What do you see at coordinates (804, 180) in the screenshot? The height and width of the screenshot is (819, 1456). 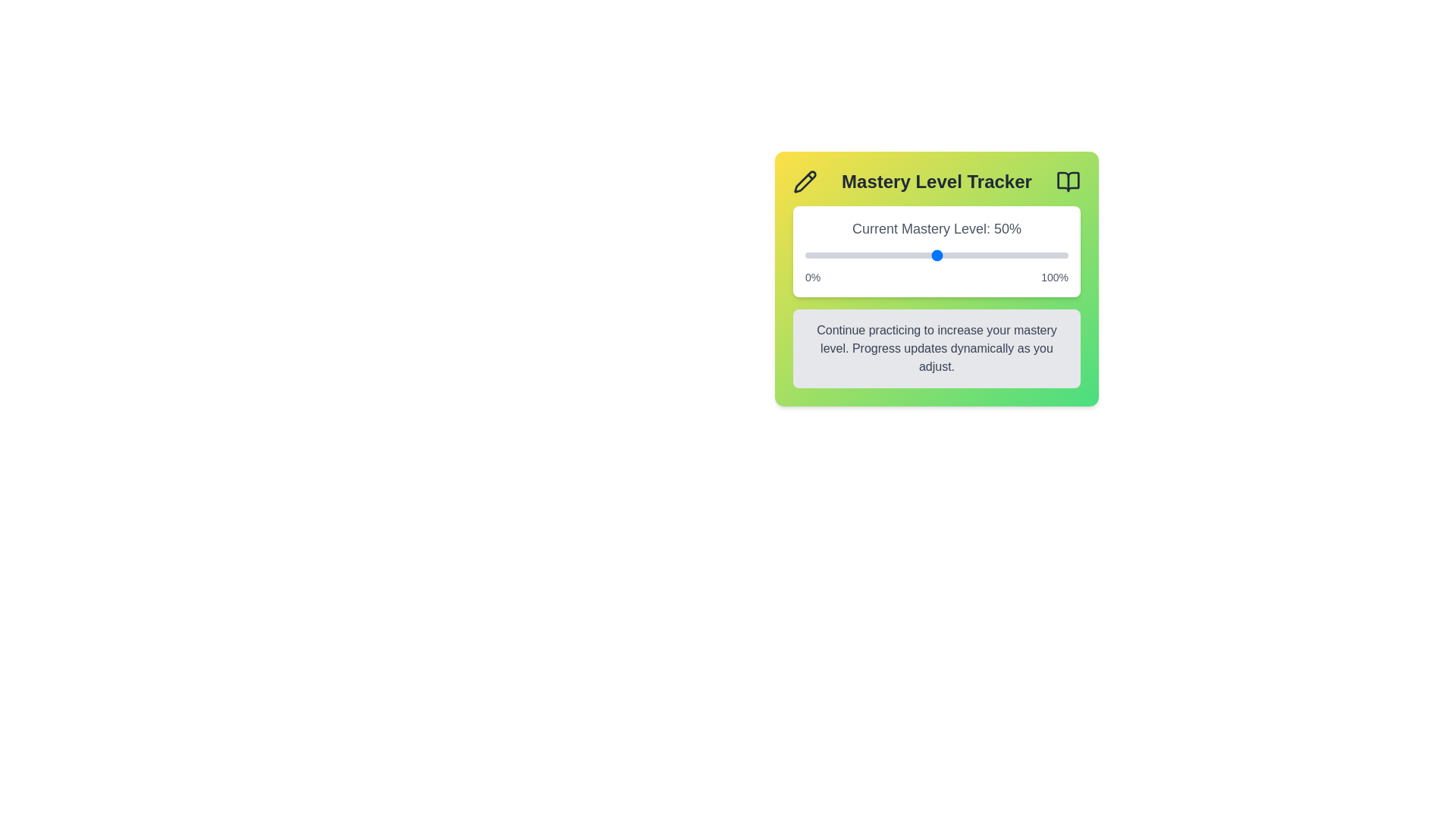 I see `the pencil icon to enable editing or interaction` at bounding box center [804, 180].